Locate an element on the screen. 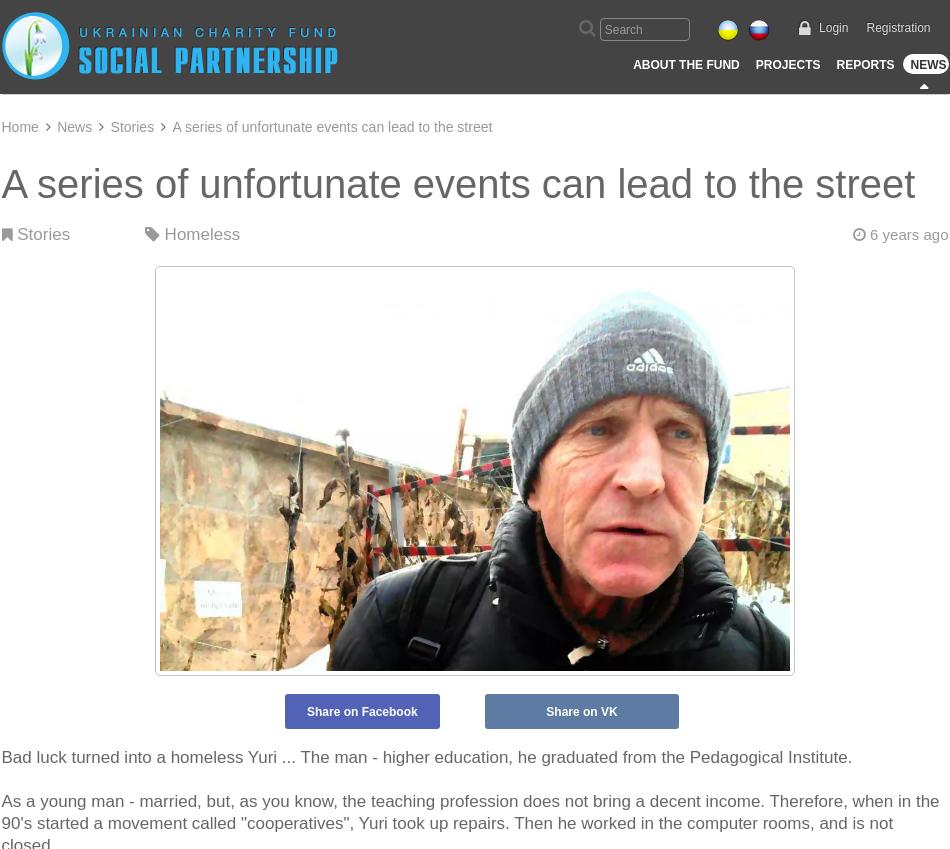  '6 years ago' is located at coordinates (905, 233).